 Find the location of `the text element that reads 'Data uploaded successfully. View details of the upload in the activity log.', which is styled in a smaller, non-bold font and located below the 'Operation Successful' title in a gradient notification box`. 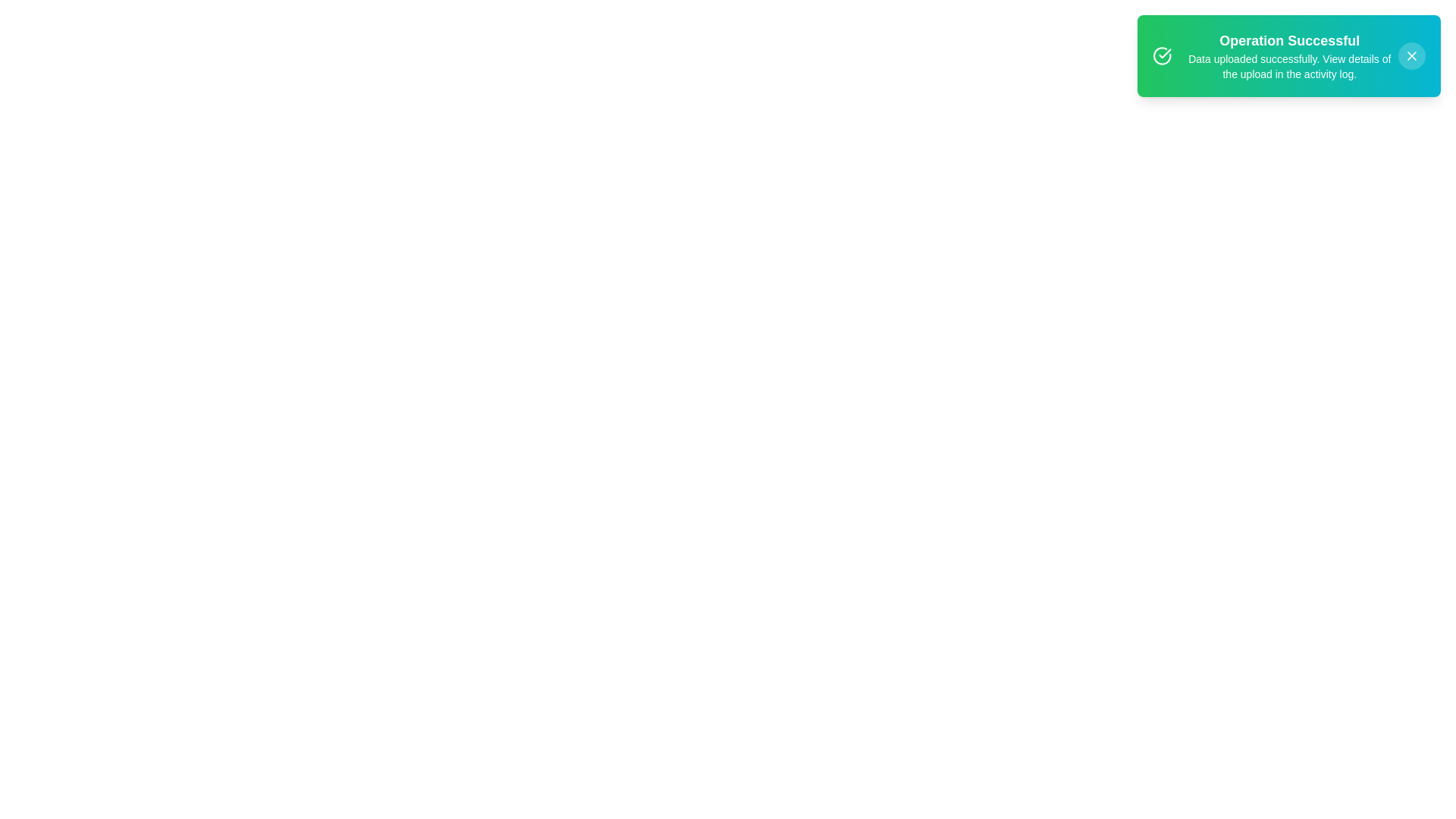

the text element that reads 'Data uploaded successfully. View details of the upload in the activity log.', which is styled in a smaller, non-bold font and located below the 'Operation Successful' title in a gradient notification box is located at coordinates (1288, 66).